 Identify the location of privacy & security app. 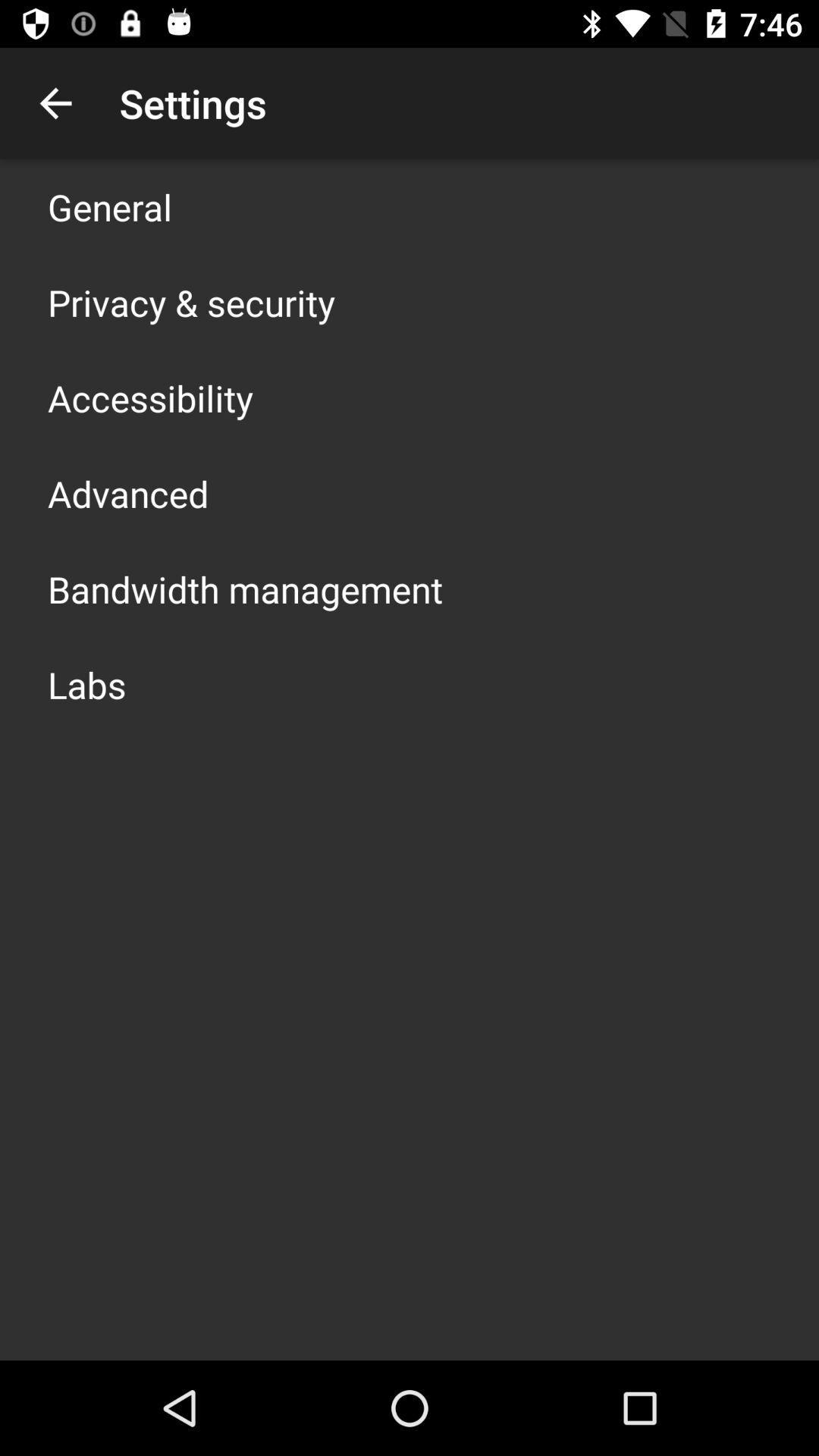
(190, 302).